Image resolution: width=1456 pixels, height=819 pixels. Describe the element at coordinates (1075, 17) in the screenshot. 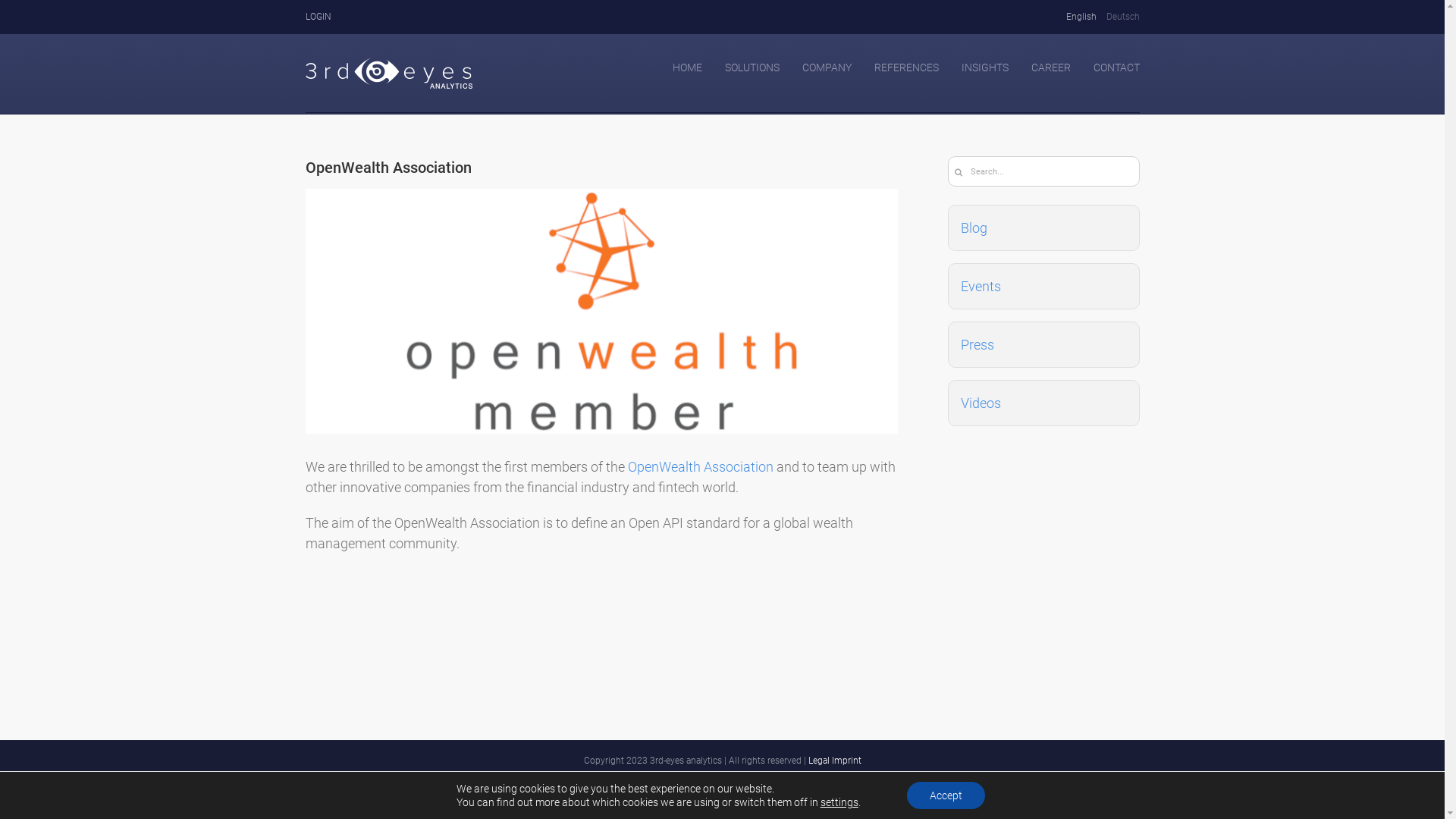

I see `'English'` at that location.